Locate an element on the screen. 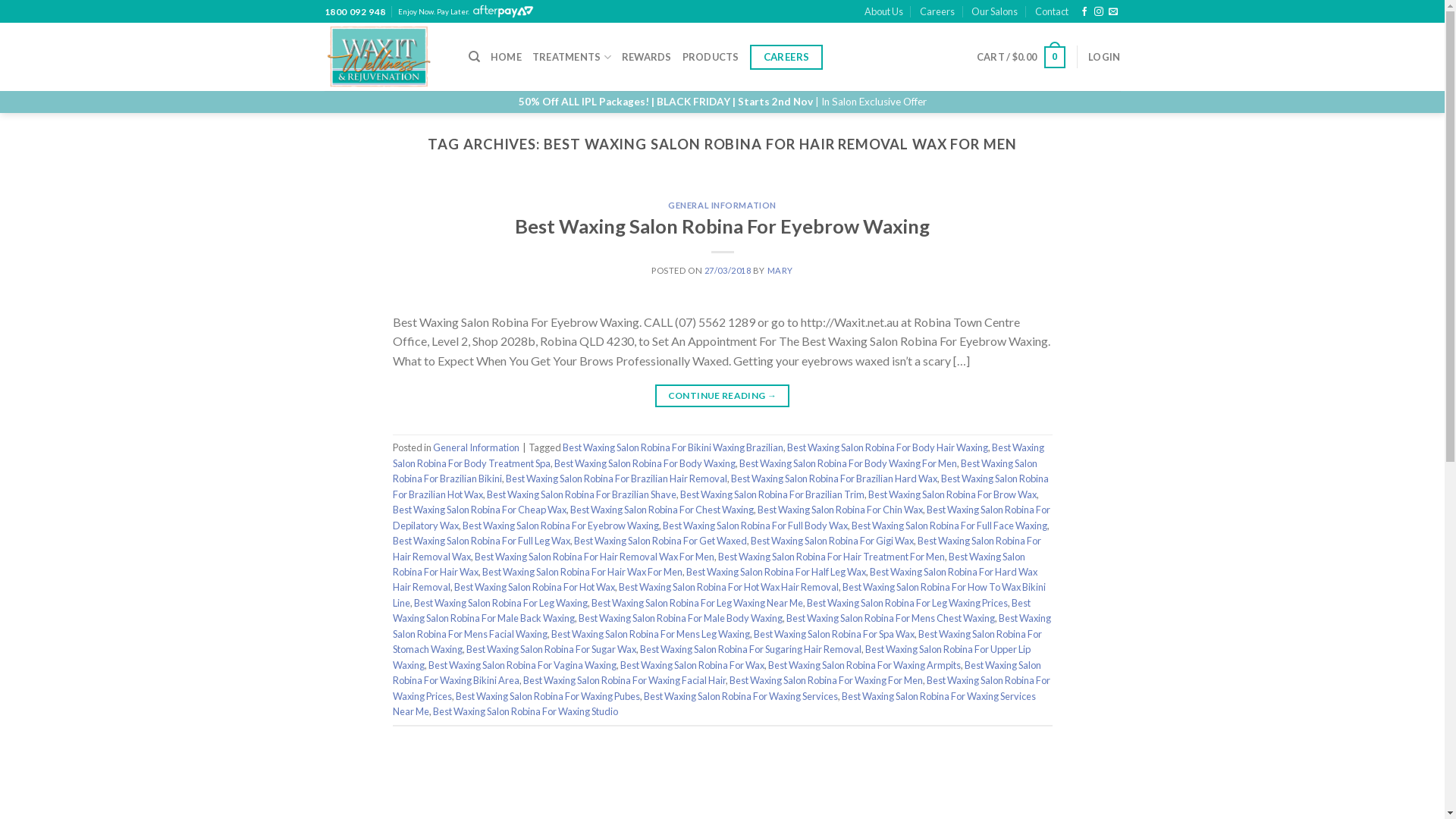 This screenshot has width=1456, height=819. 'HOME' is located at coordinates (506, 55).